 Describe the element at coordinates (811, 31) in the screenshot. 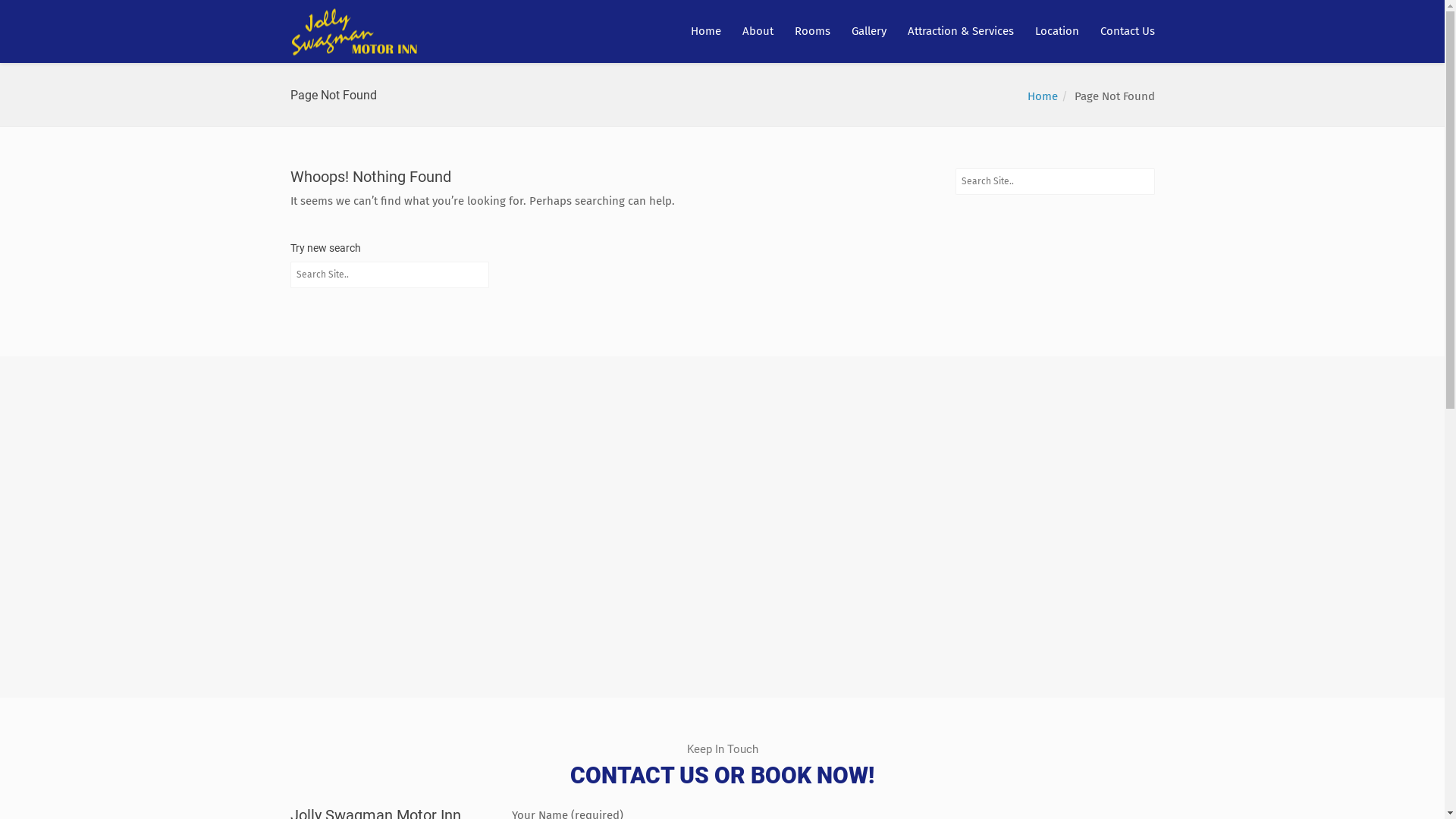

I see `'Rooms'` at that location.